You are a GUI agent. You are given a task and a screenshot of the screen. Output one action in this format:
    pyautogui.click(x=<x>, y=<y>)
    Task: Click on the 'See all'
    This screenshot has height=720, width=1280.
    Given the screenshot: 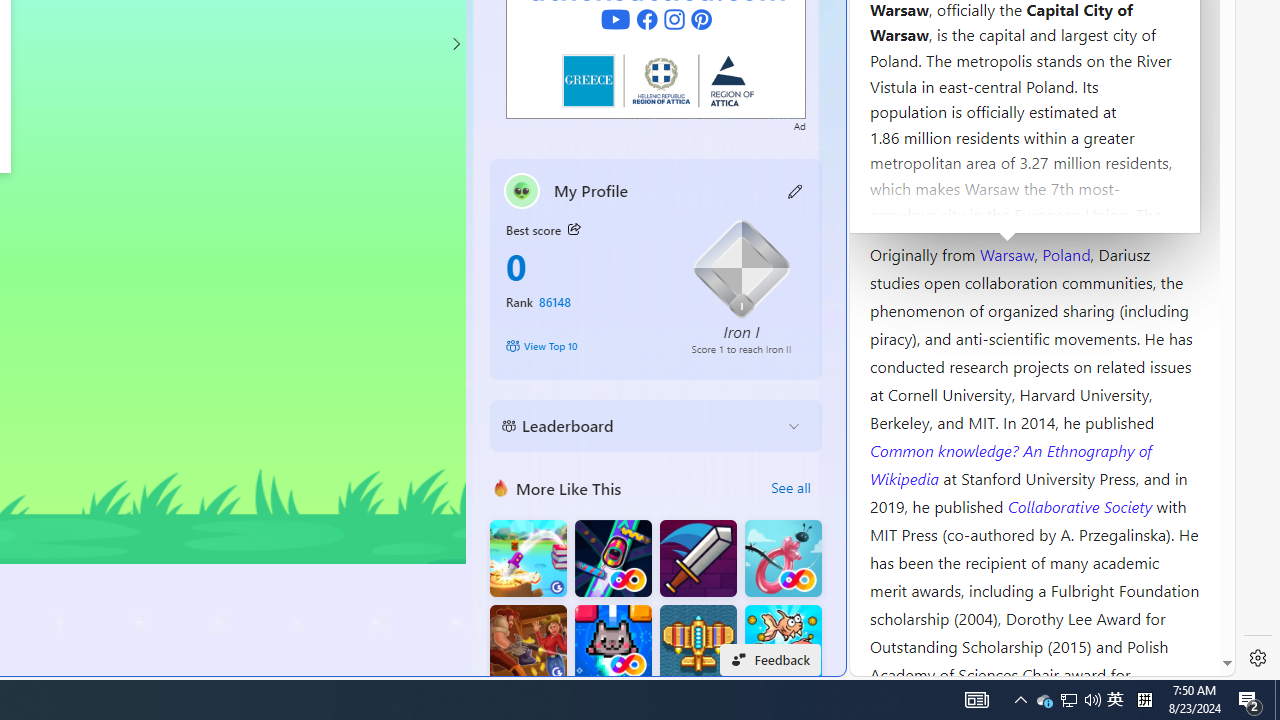 What is the action you would take?
    pyautogui.click(x=790, y=488)
    